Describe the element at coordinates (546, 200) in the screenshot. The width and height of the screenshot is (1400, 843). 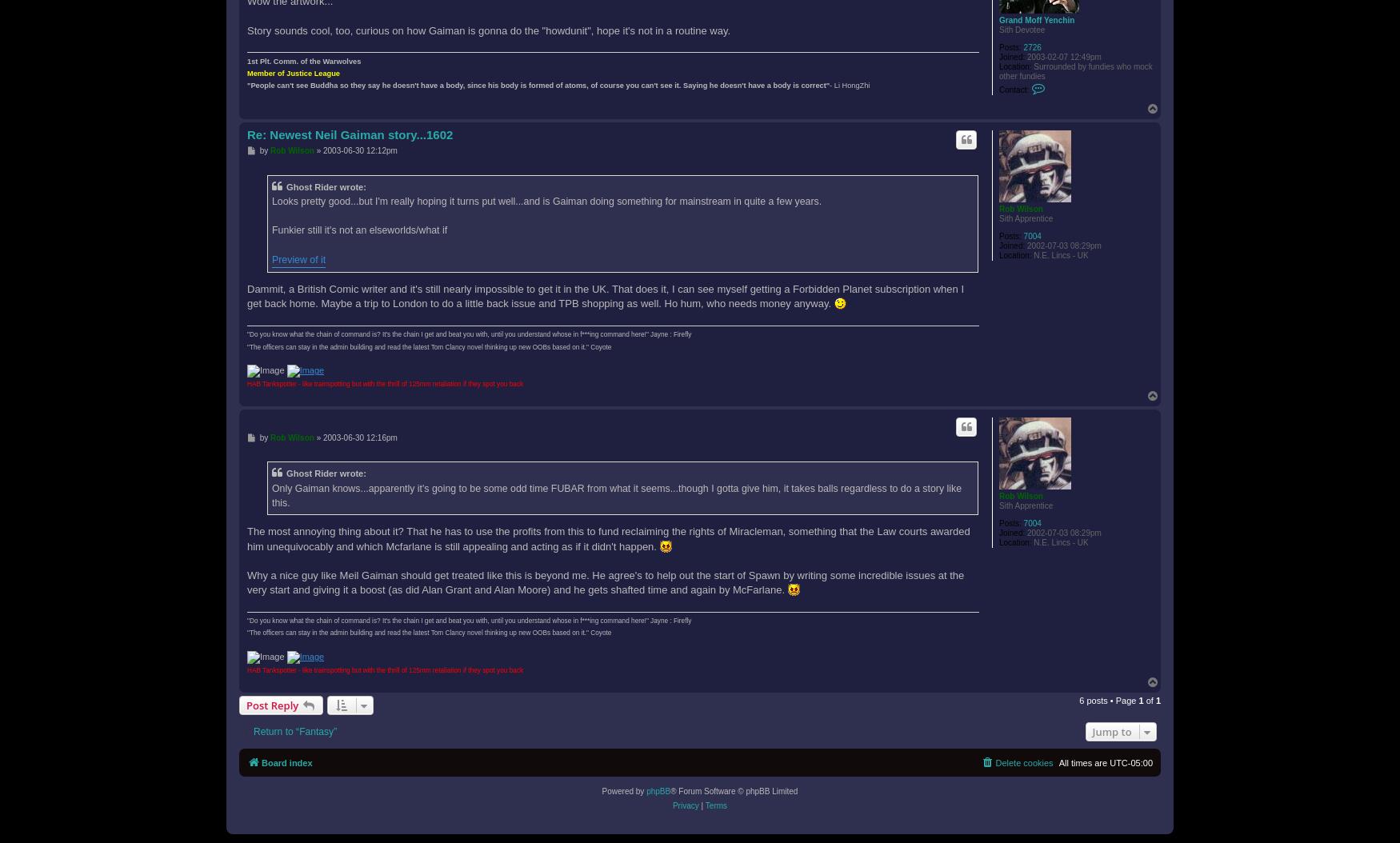
I see `'Looks pretty good...but I'm really hoping it turns put well...and is Gaiman doing something for mainstream in quite a few years.'` at that location.